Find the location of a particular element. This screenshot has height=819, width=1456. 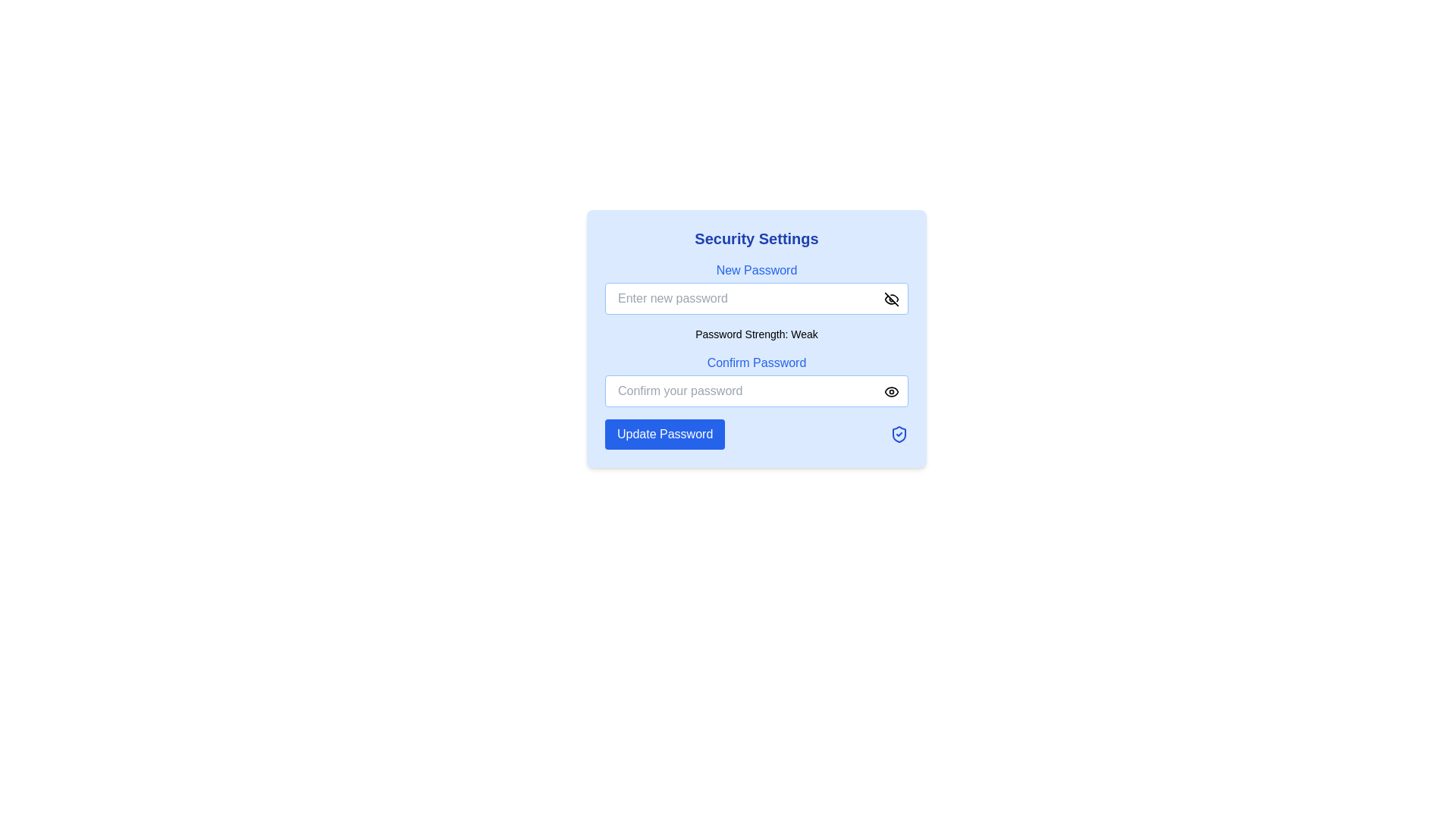

the 'New Password' label element, which is styled in medium blue font on a light blue background, located under 'Security Settings' is located at coordinates (757, 270).